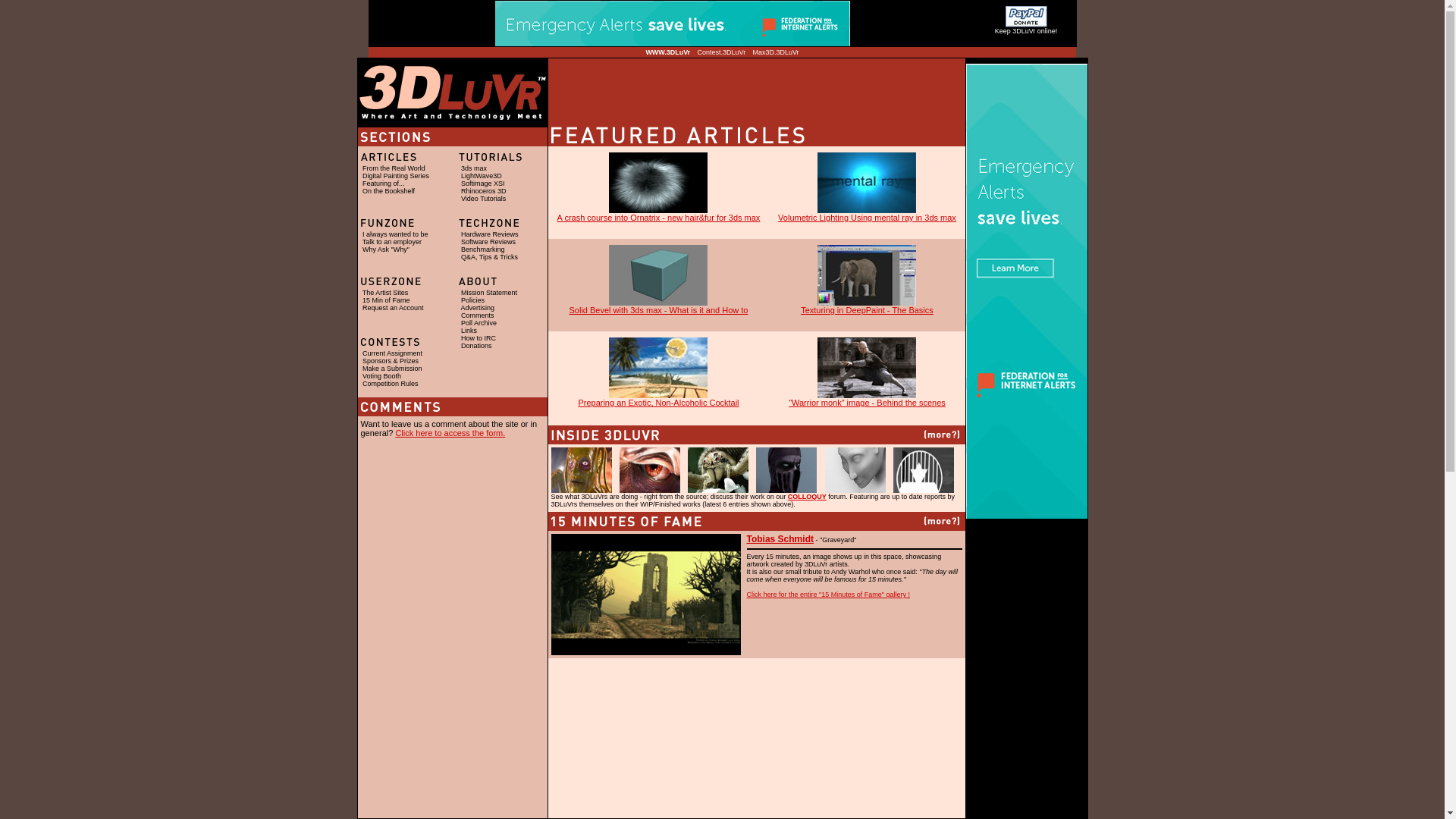 The width and height of the screenshot is (1456, 819). I want to click on 'Hardware Reviews', so click(490, 234).